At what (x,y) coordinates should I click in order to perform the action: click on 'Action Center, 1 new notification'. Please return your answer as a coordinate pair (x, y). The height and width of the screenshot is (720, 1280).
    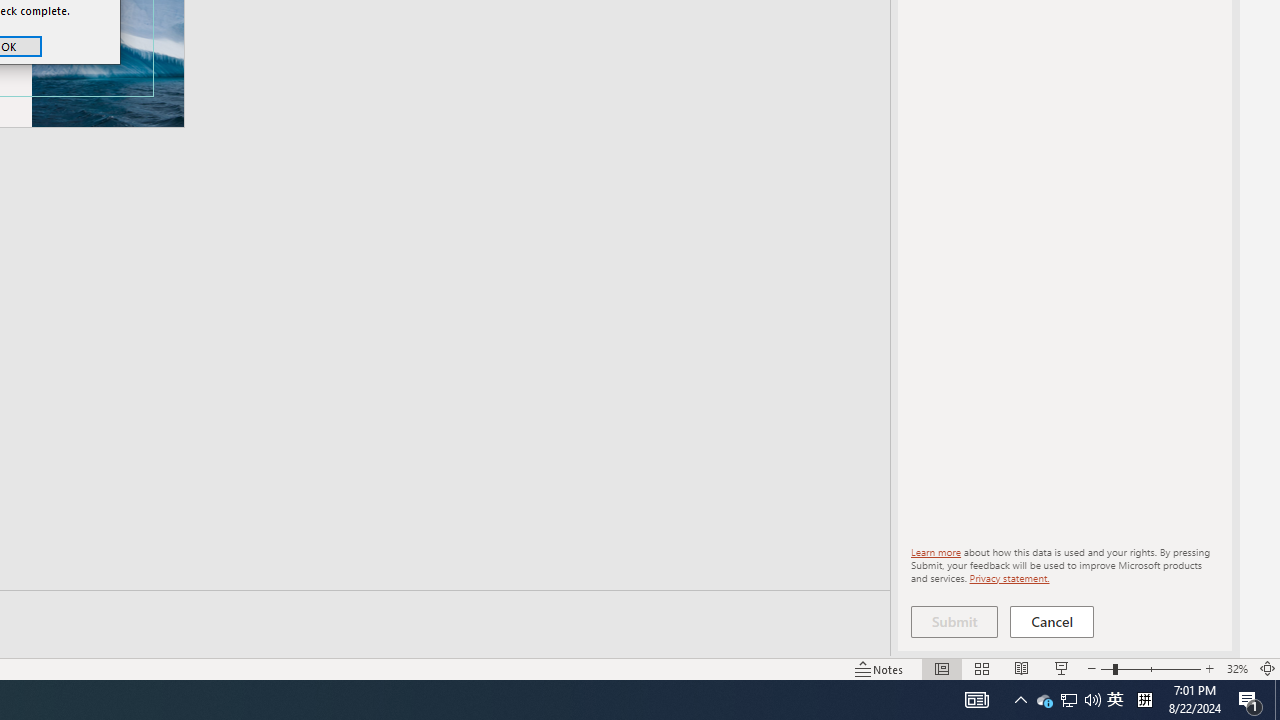
    Looking at the image, I should click on (1250, 698).